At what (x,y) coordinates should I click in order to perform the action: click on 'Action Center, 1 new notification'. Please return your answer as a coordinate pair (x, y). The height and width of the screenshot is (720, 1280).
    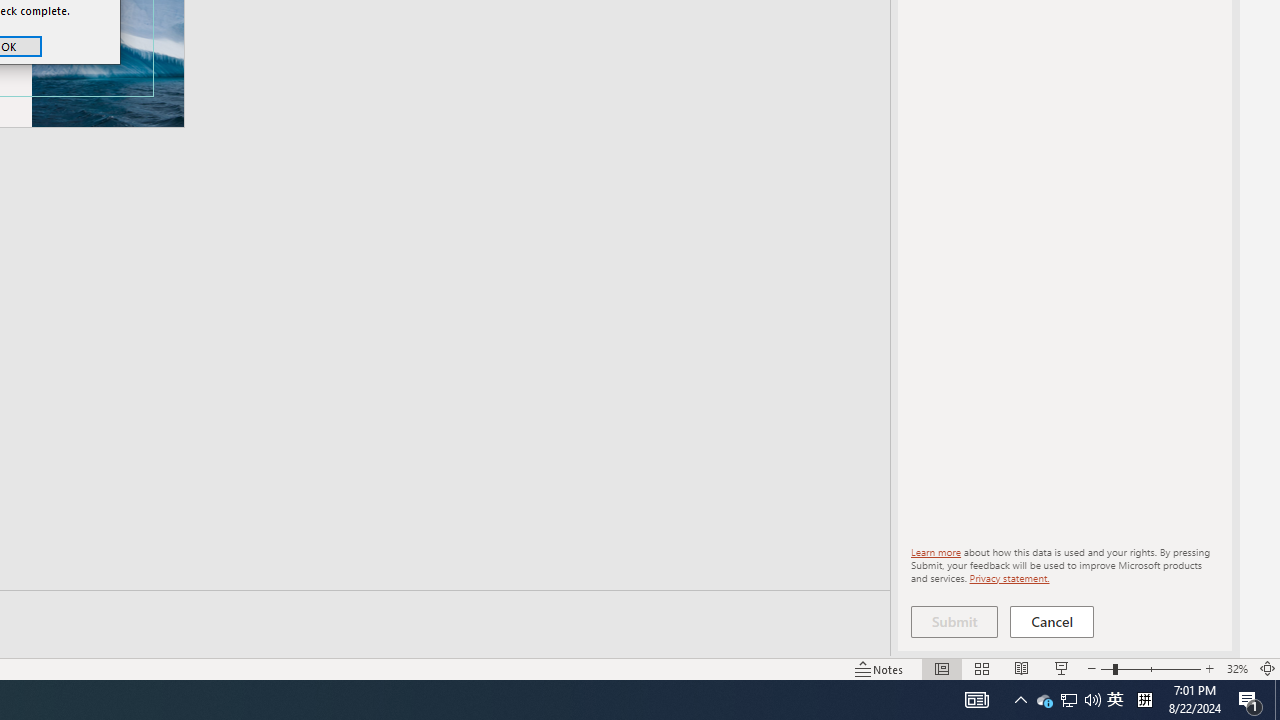
    Looking at the image, I should click on (1250, 698).